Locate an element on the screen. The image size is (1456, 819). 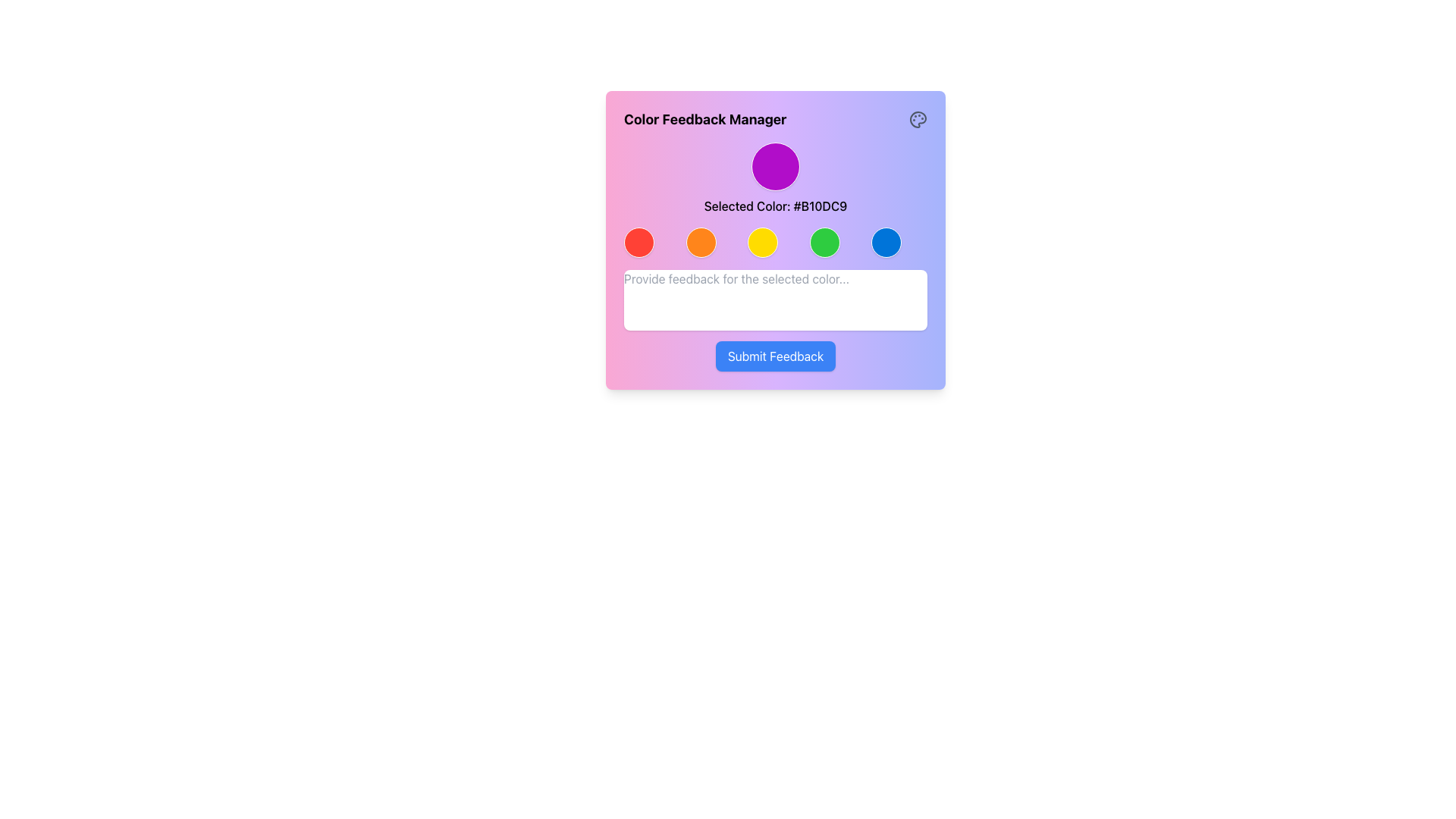
the third button in a horizontal row of five buttons is located at coordinates (763, 242).